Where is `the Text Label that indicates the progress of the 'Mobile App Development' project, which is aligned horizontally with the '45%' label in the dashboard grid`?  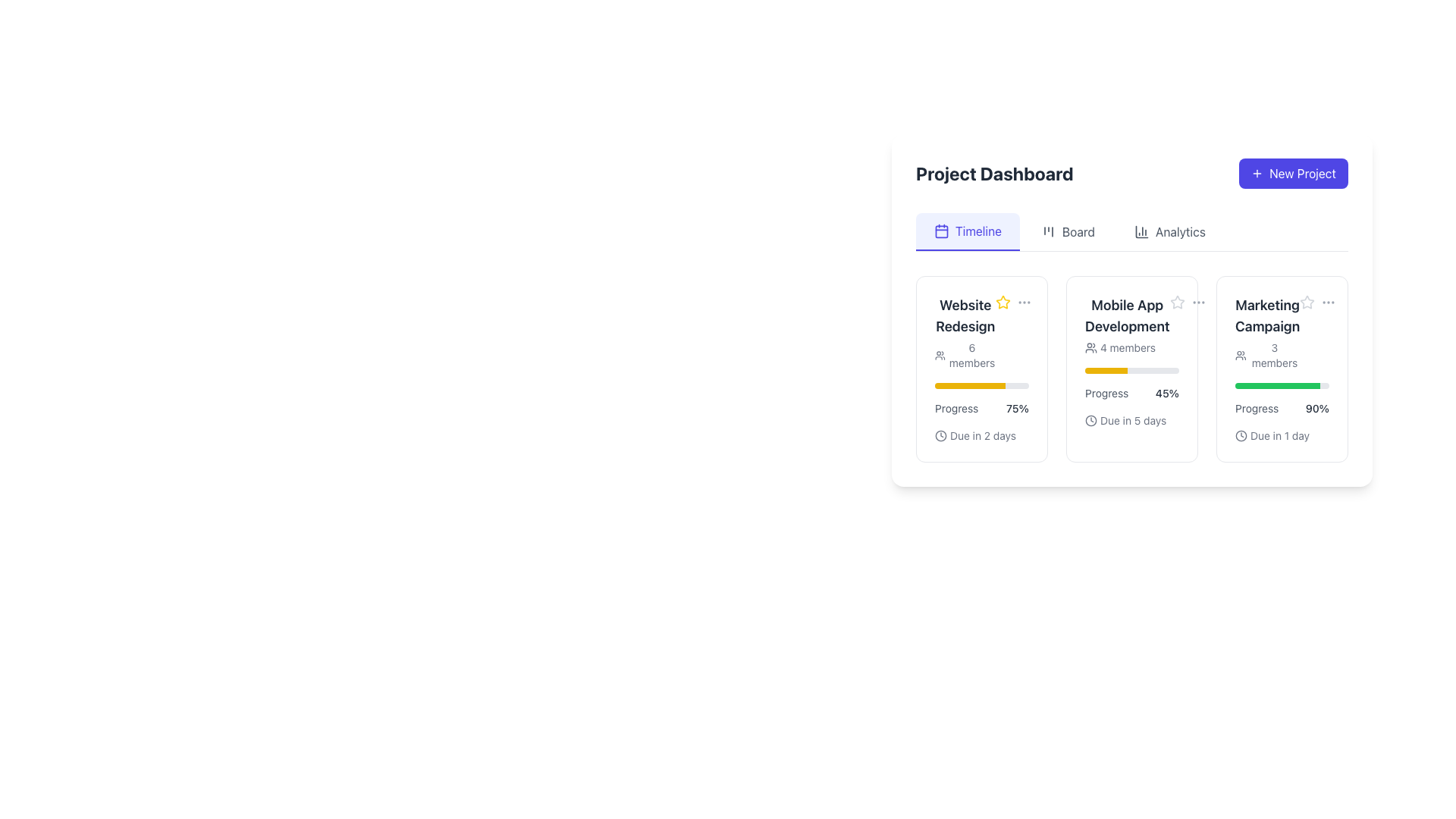 the Text Label that indicates the progress of the 'Mobile App Development' project, which is aligned horizontally with the '45%' label in the dashboard grid is located at coordinates (1106, 393).